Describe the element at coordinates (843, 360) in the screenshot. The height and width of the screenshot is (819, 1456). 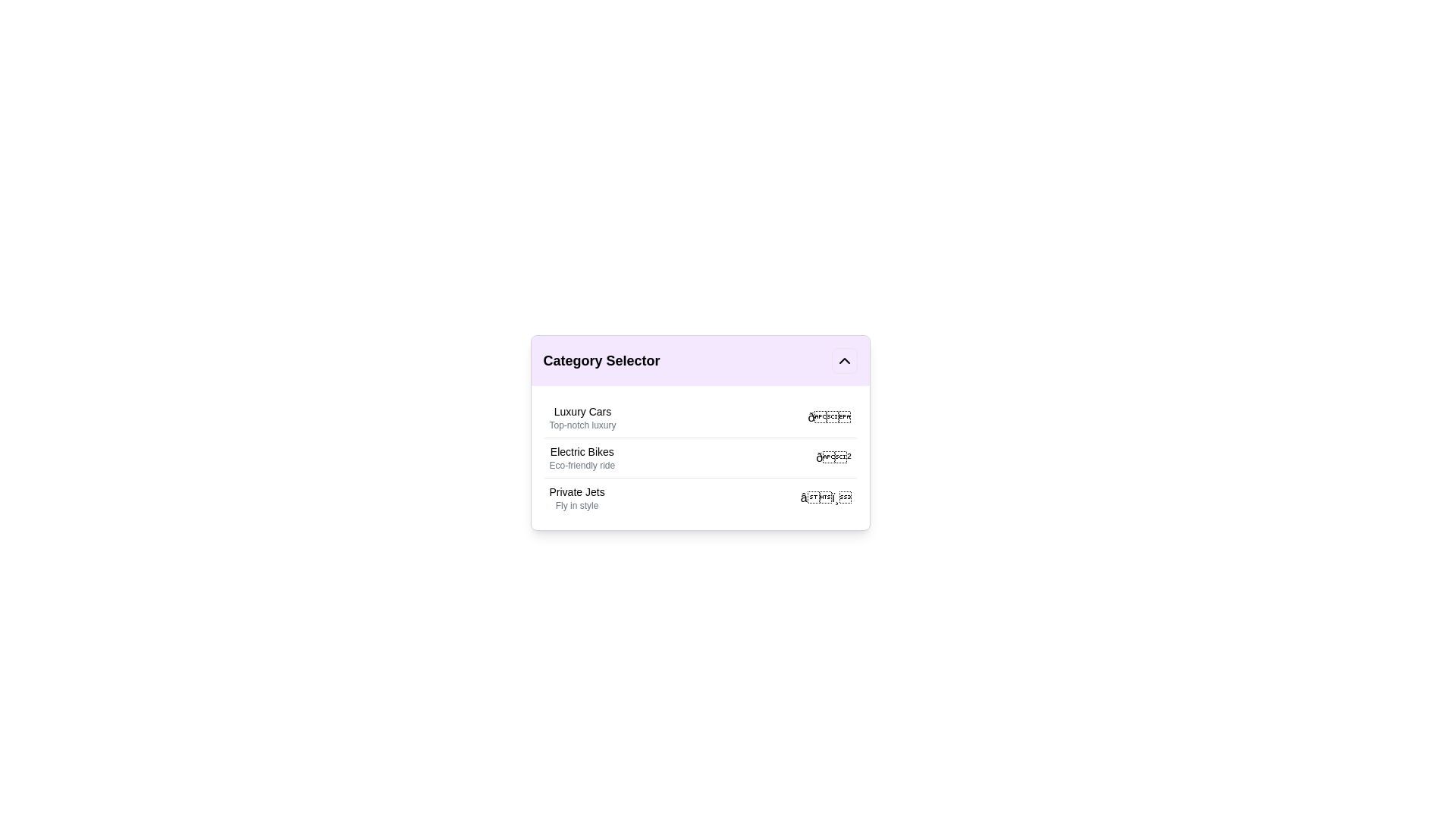
I see `the button` at that location.